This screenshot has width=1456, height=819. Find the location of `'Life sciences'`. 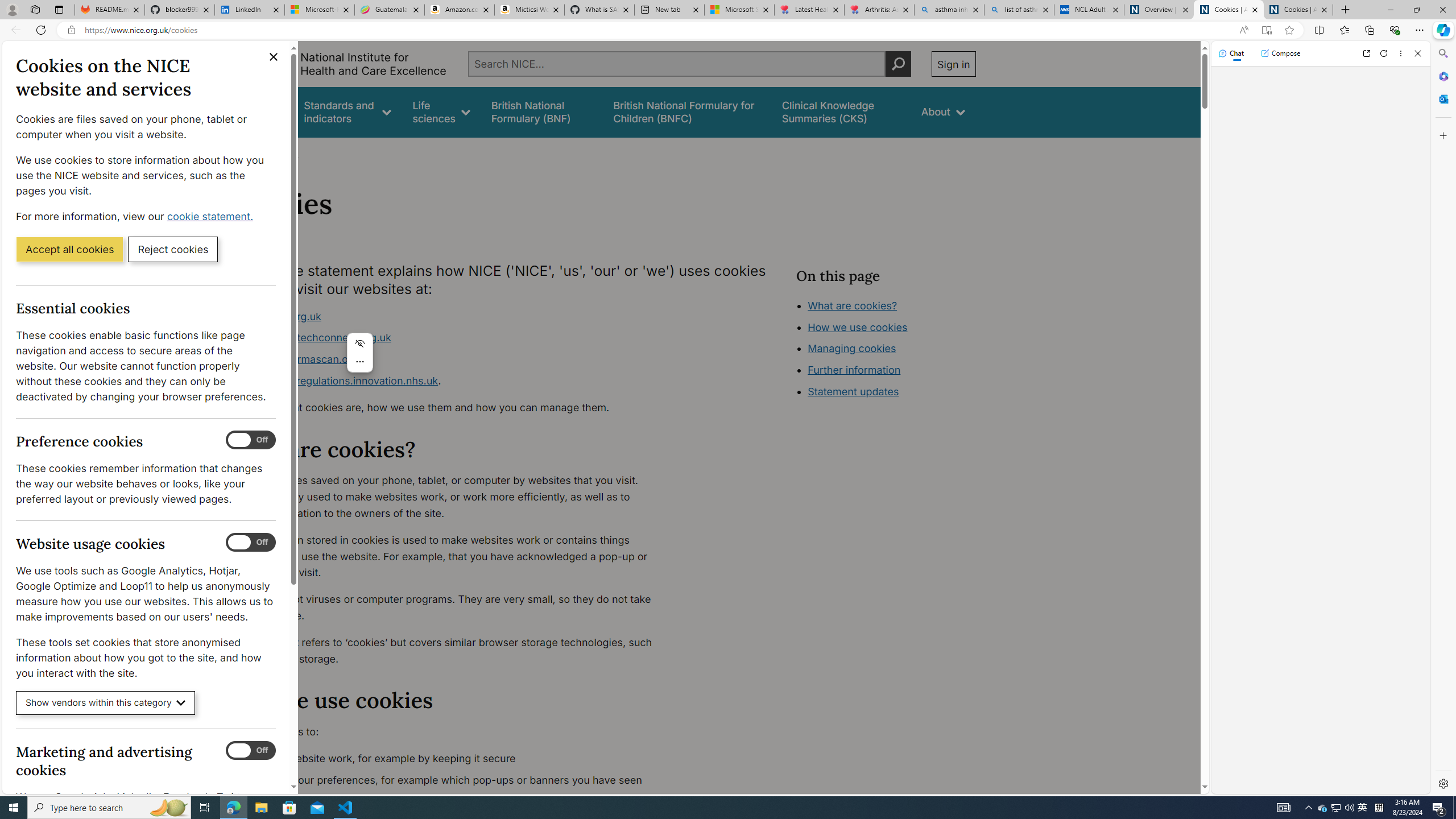

'Life sciences' is located at coordinates (440, 111).